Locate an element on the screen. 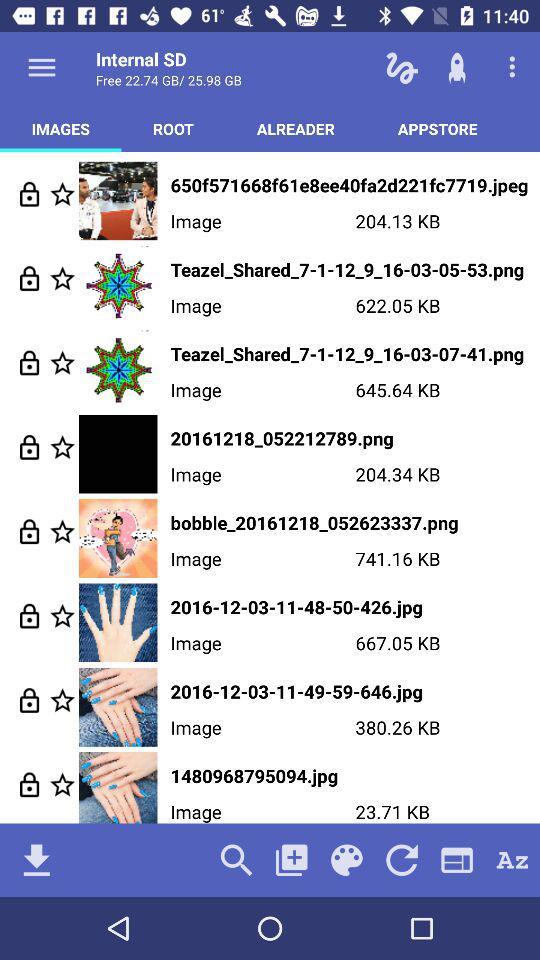 The width and height of the screenshot is (540, 960). nlock is located at coordinates (28, 277).